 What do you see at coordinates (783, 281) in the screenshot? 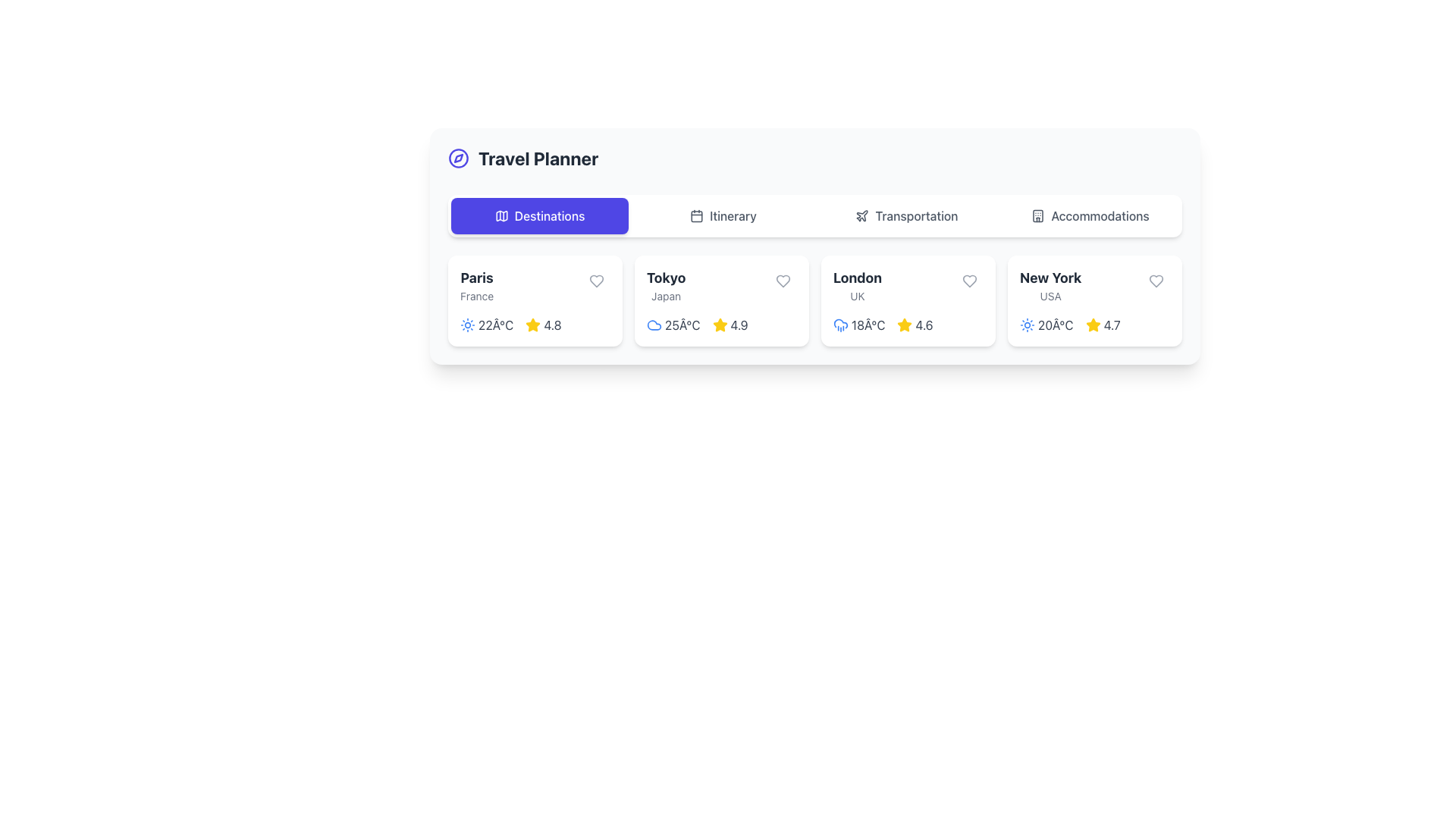
I see `the heart-shaped interactive icon located in the top-right corner of the card labeled 'Tokyo, Japan' to favorite this destination` at bounding box center [783, 281].